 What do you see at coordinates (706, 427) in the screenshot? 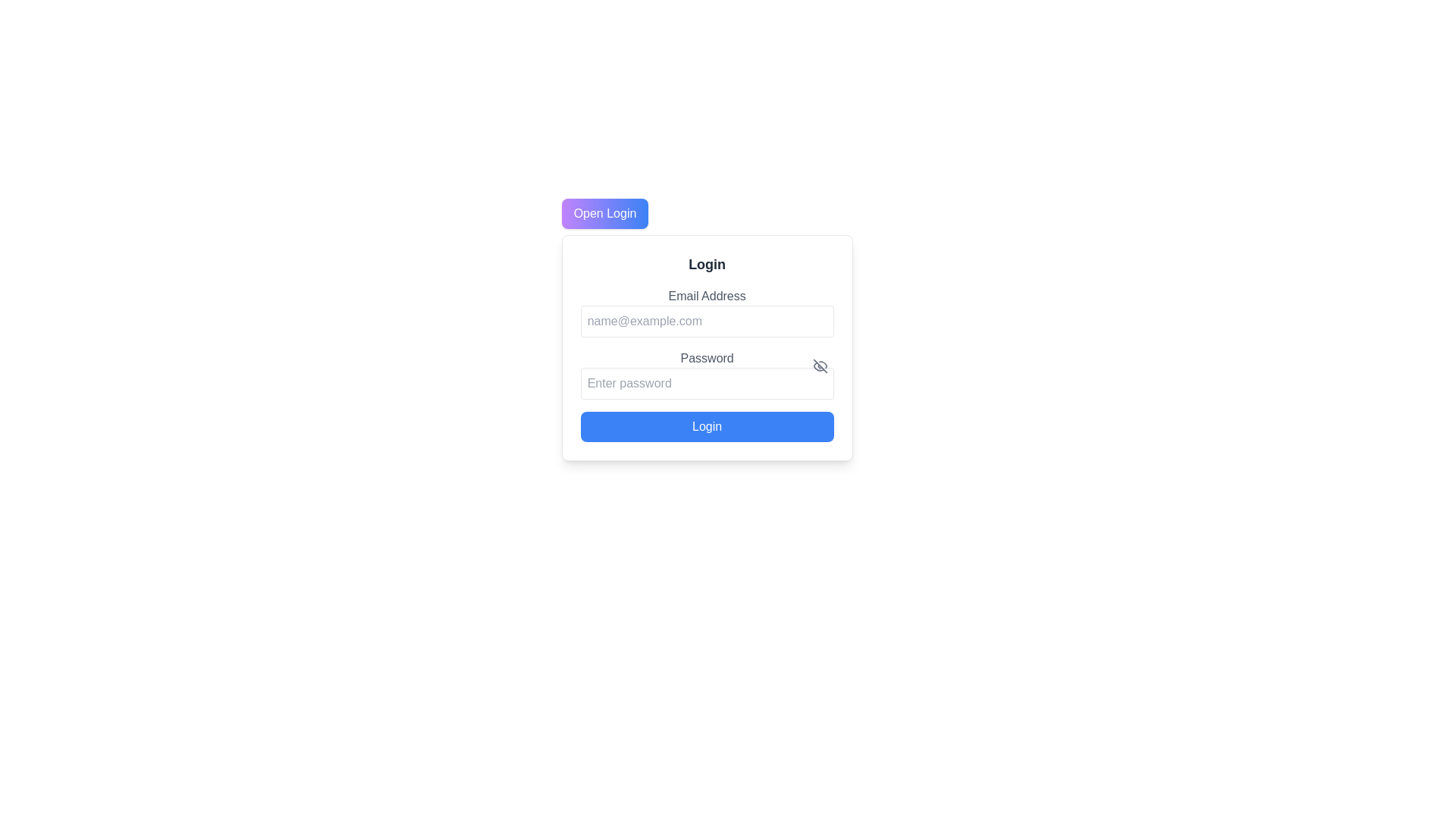
I see `the 'Login' button` at bounding box center [706, 427].